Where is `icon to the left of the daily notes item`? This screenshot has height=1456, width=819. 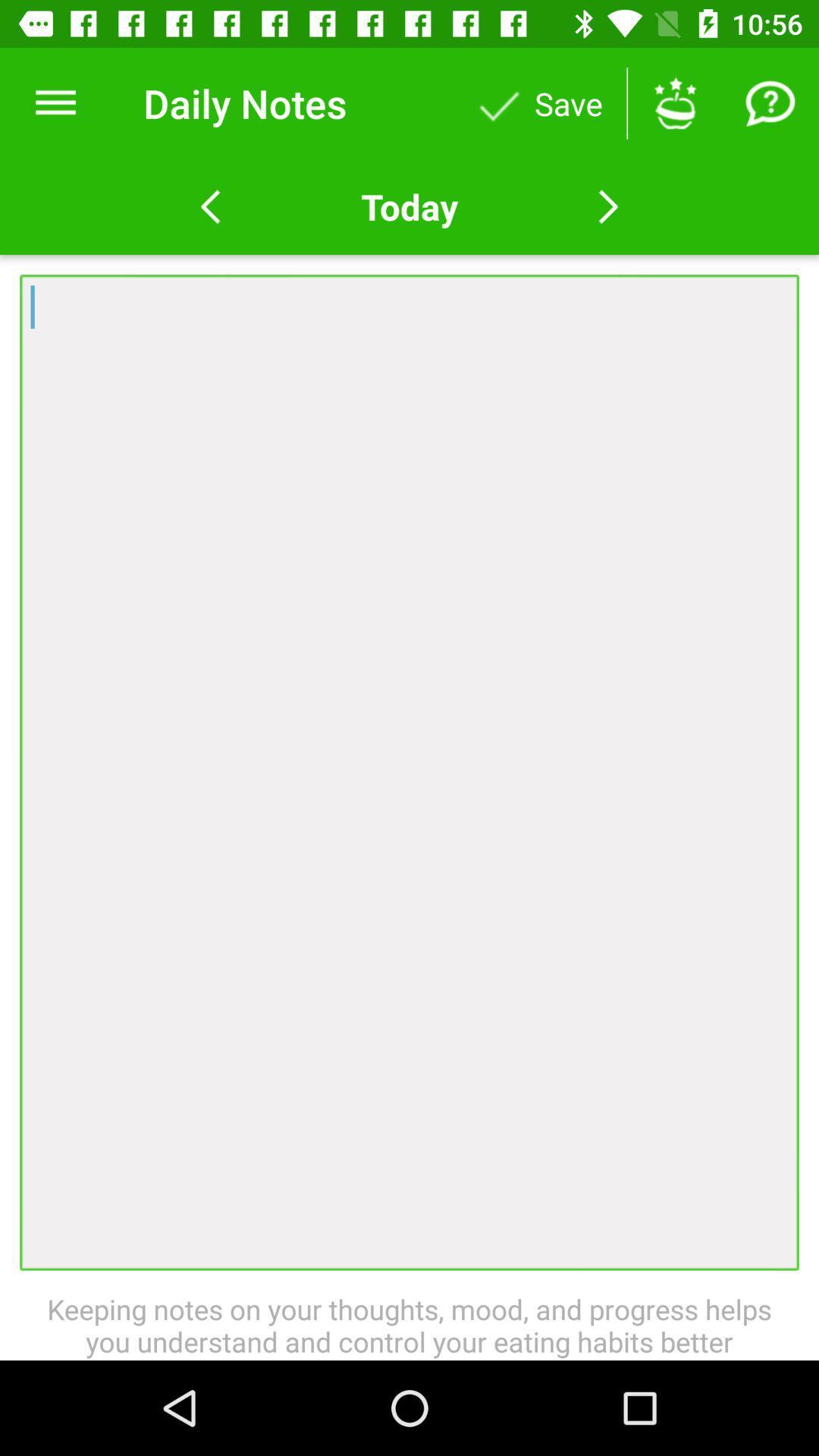 icon to the left of the daily notes item is located at coordinates (55, 102).